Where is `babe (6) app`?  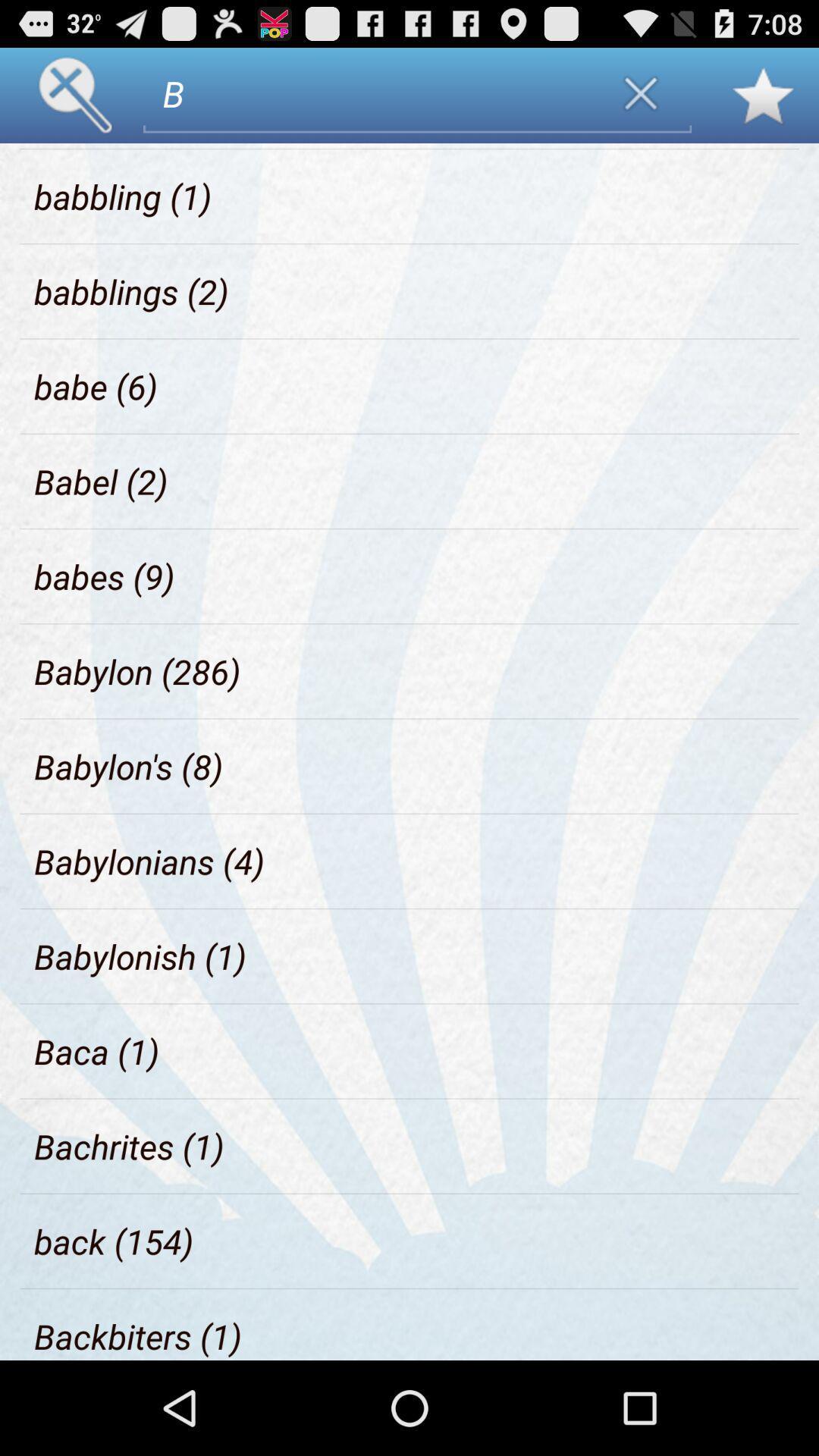 babe (6) app is located at coordinates (96, 386).